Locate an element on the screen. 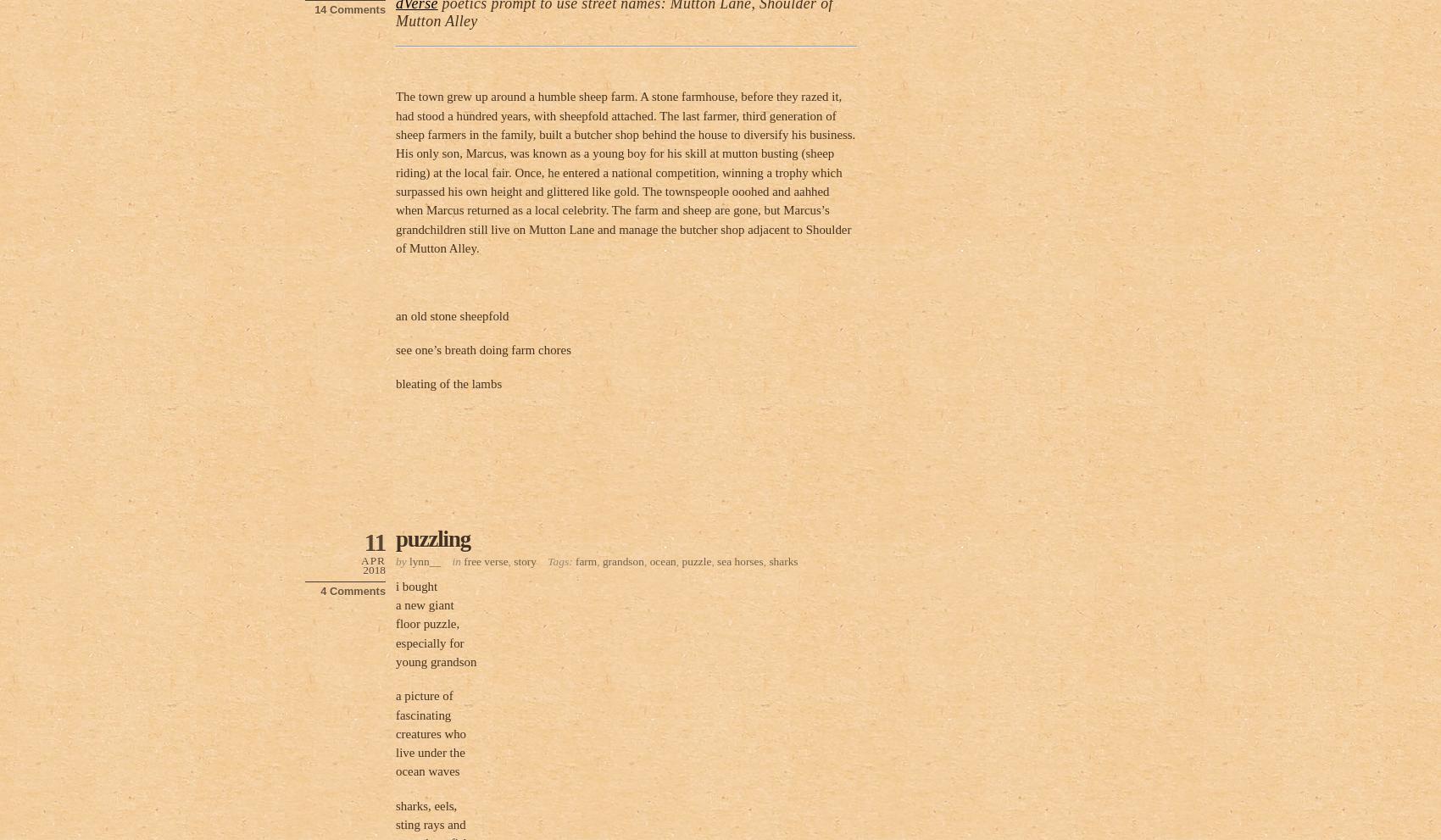  'sharks' is located at coordinates (782, 559).